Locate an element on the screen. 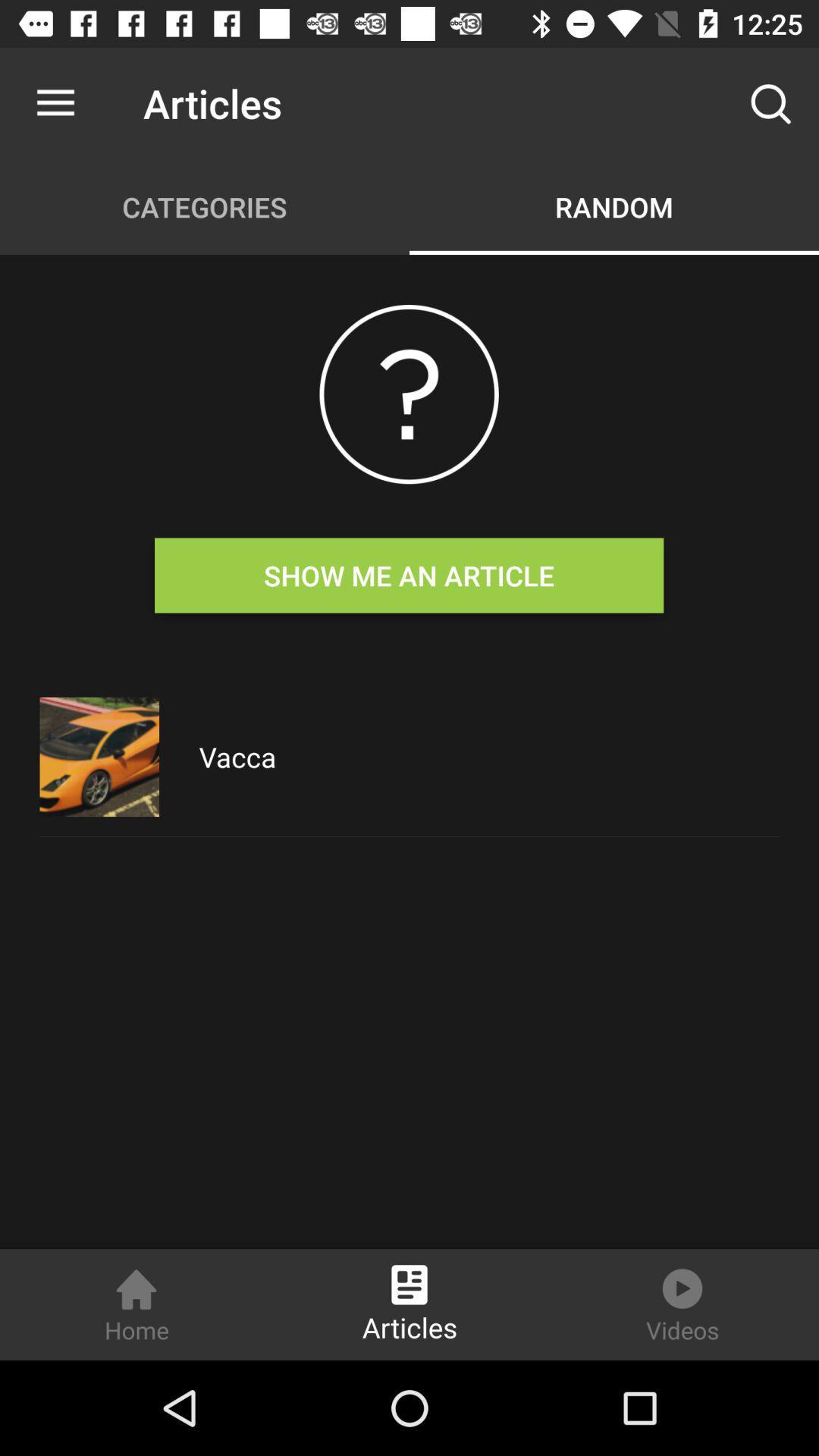 The height and width of the screenshot is (1456, 819). item next to articles icon is located at coordinates (55, 102).